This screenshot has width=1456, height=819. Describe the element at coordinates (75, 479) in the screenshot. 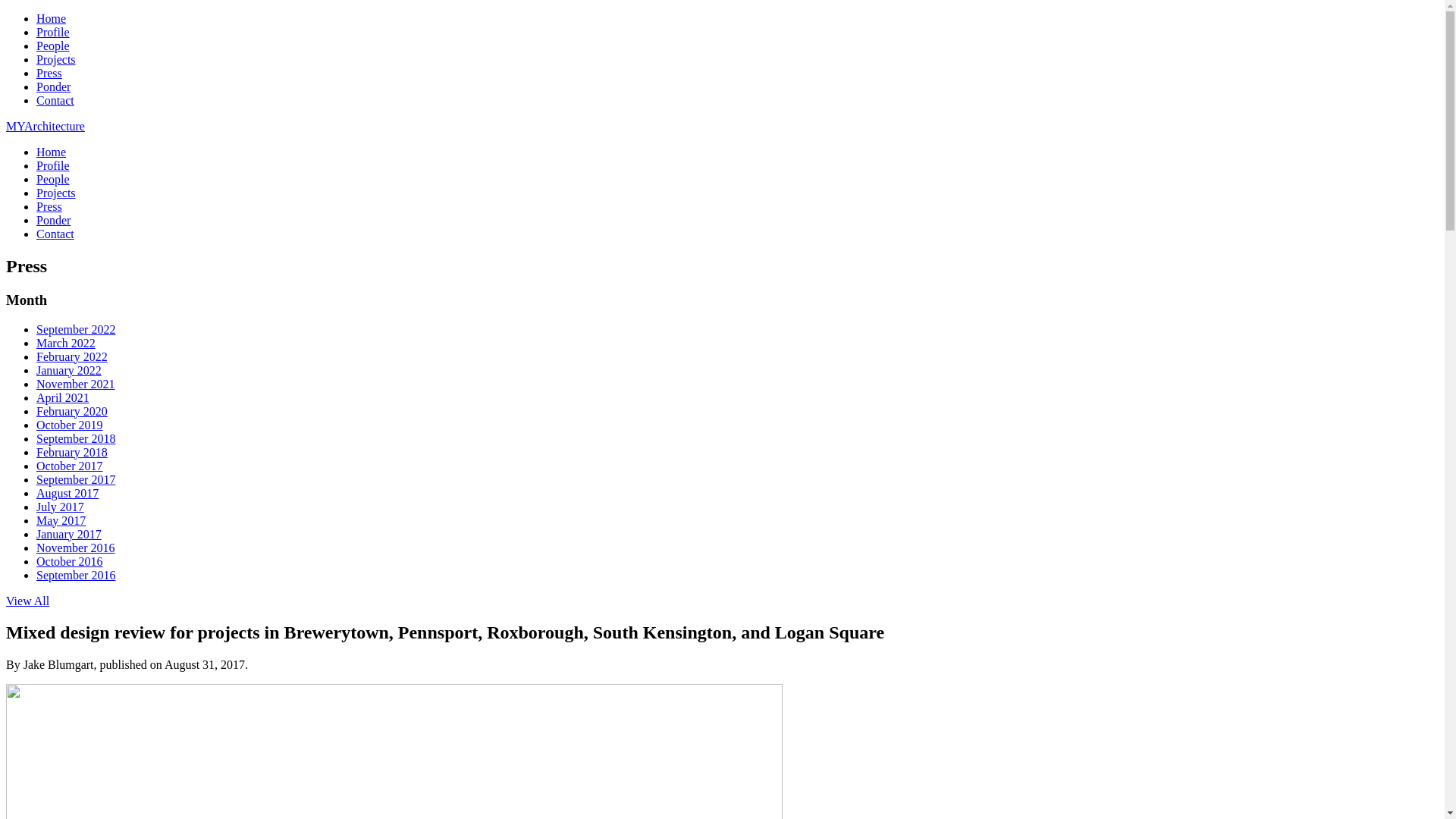

I see `'September 2017'` at that location.